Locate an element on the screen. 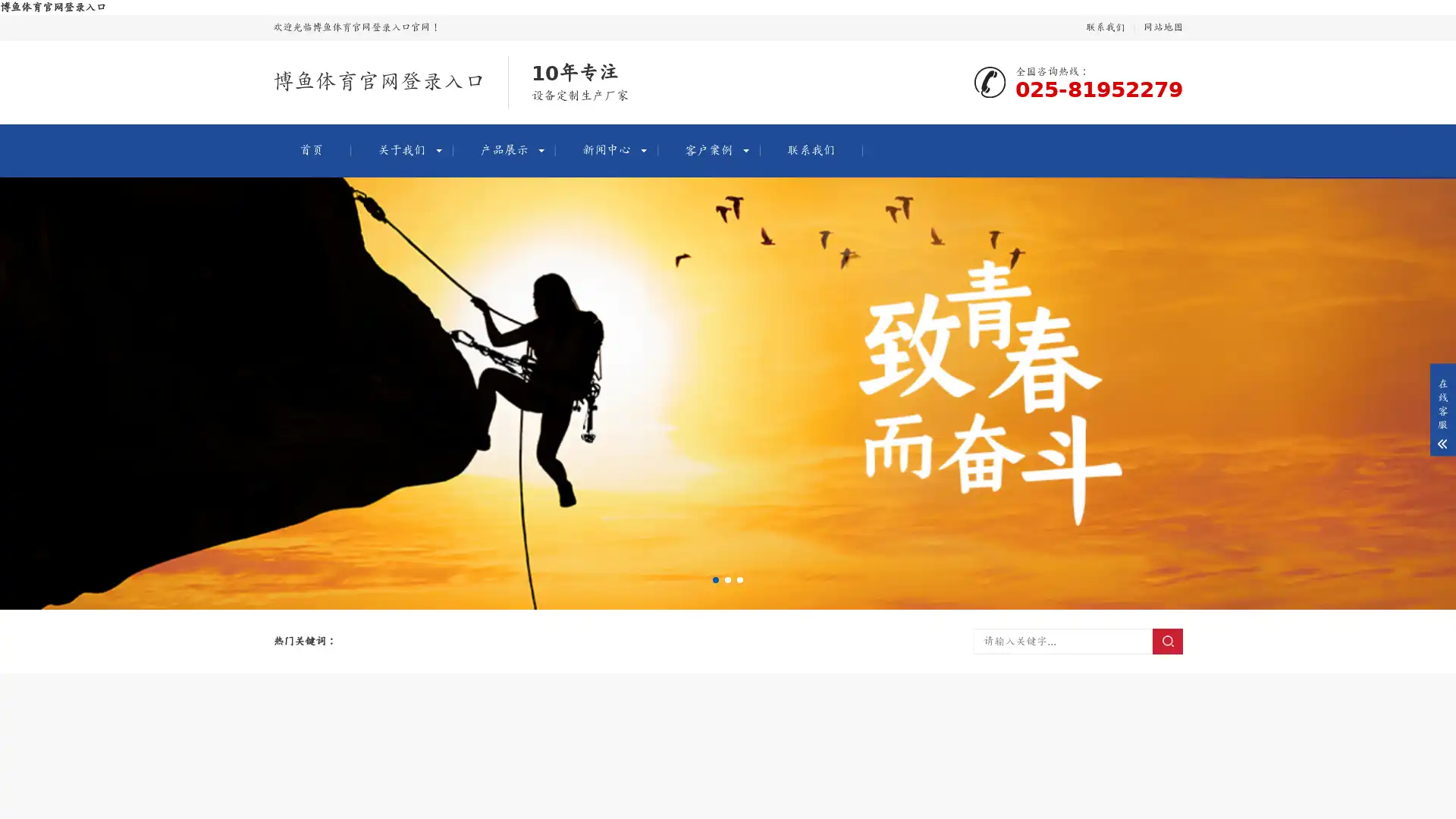 The image size is (1456, 819). Go to slide 2 is located at coordinates (728, 579).